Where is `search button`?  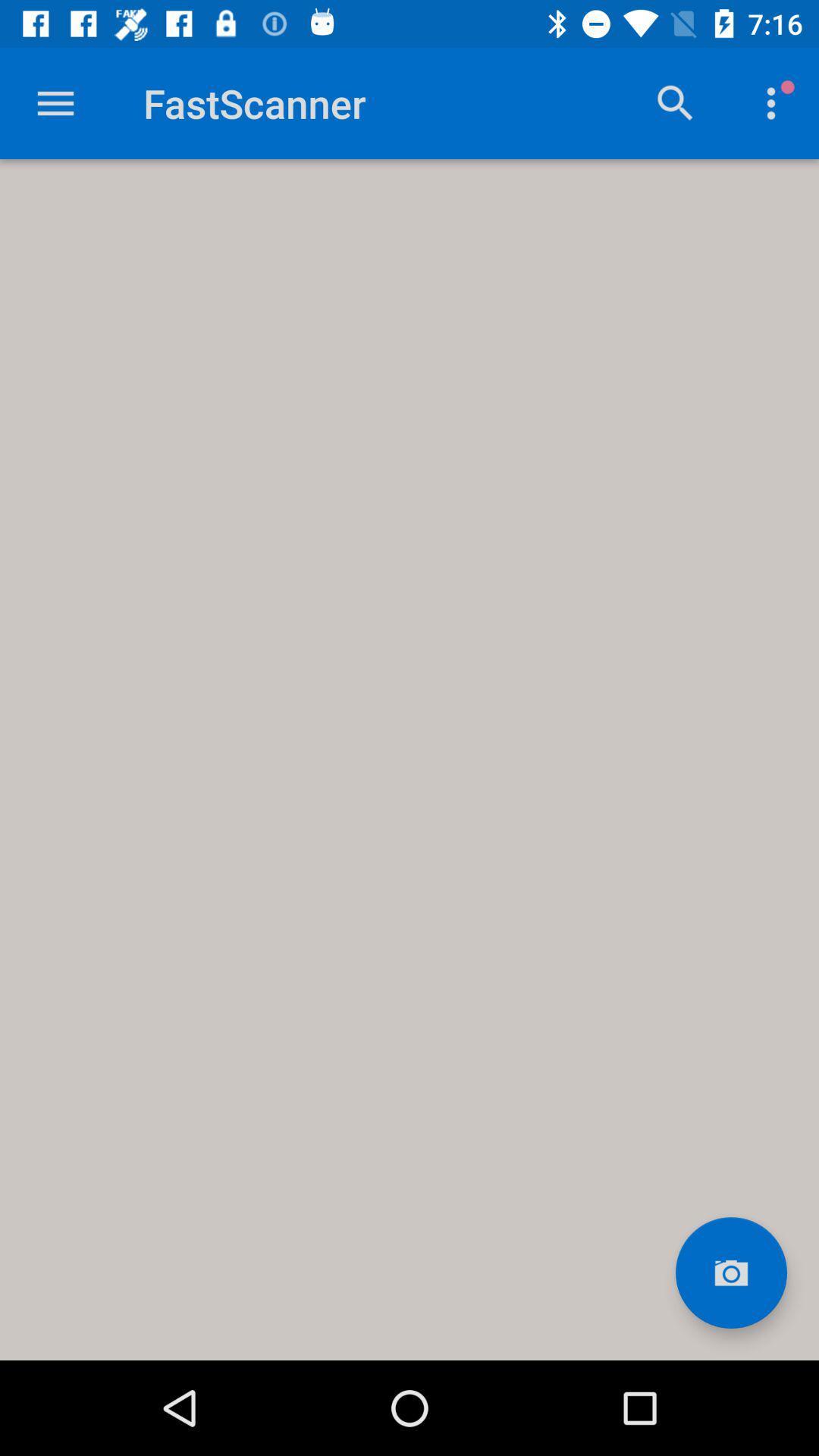
search button is located at coordinates (675, 102).